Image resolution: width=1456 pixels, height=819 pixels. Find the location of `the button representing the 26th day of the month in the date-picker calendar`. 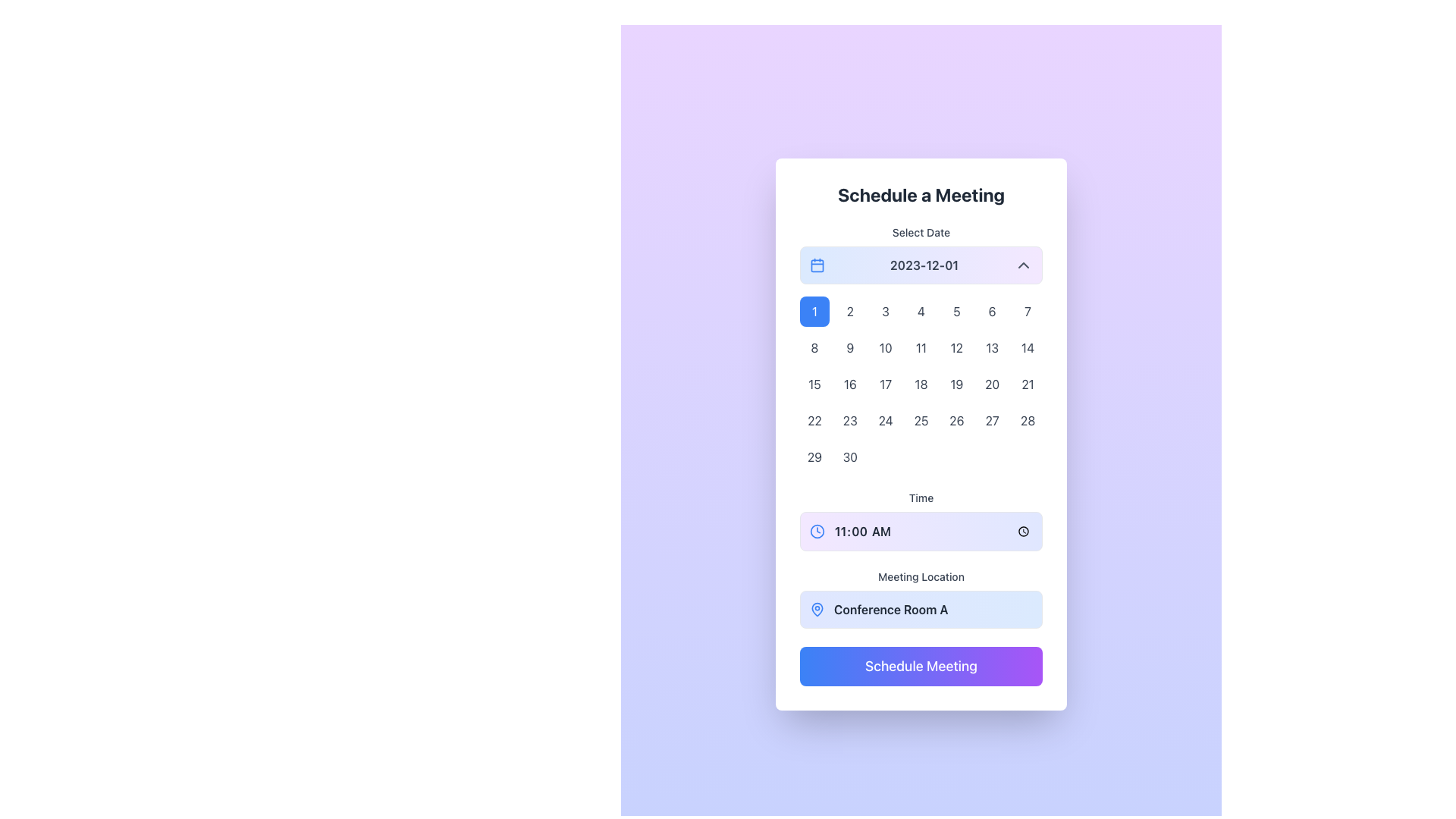

the button representing the 26th day of the month in the date-picker calendar is located at coordinates (955, 421).